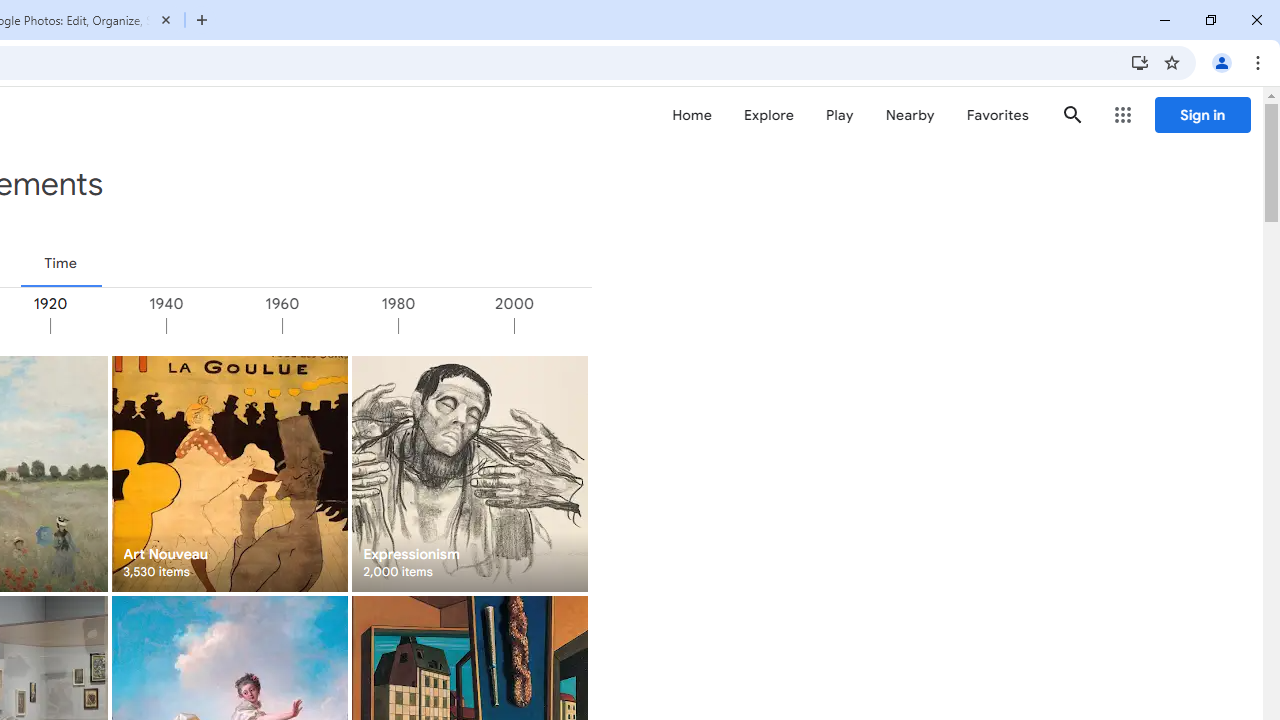  I want to click on '1920', so click(106, 325).